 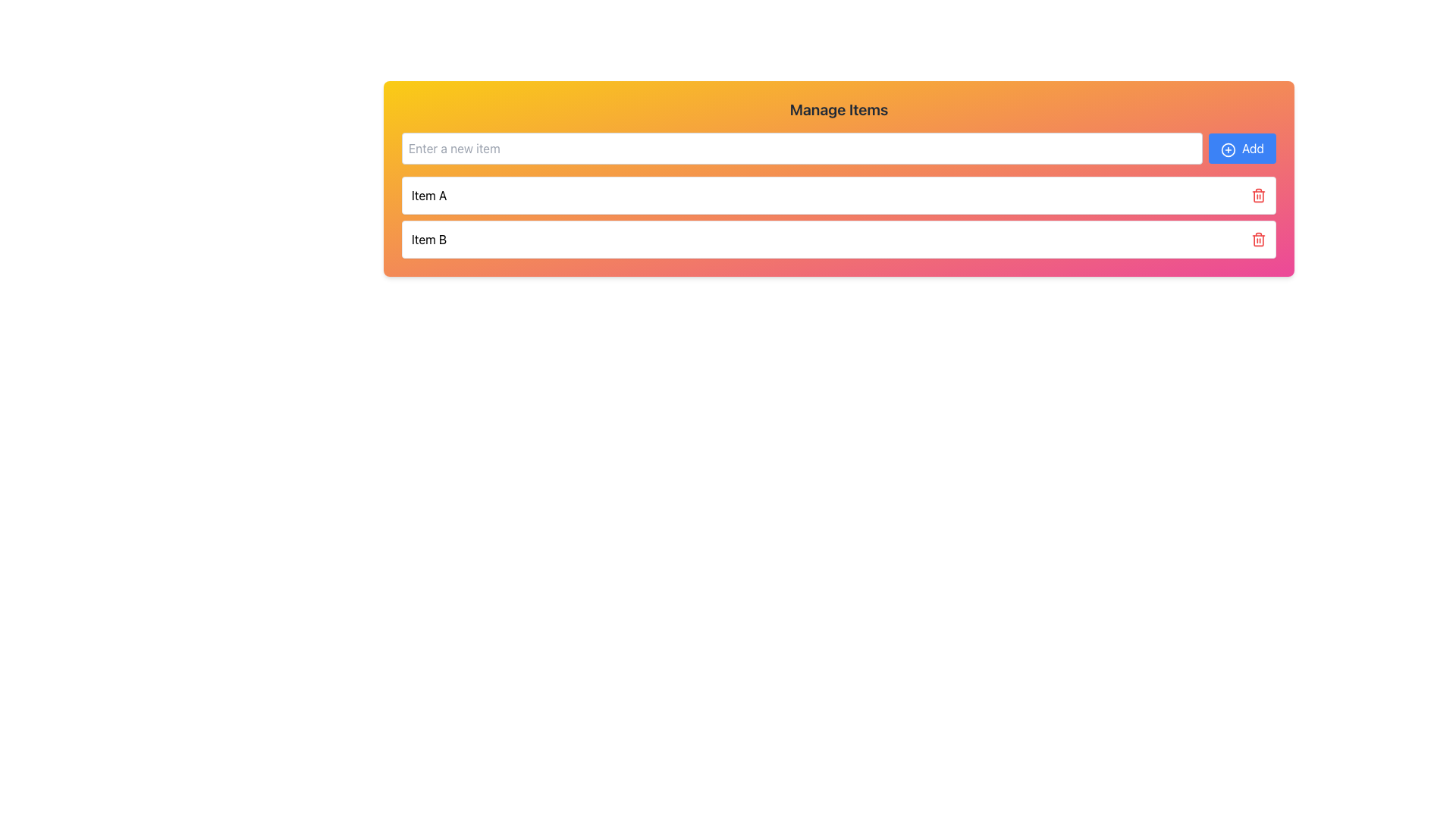 I want to click on the circular SVG icon with a '+' symbol at its center, which is located inside the button labeled 'Add', so click(x=1228, y=149).